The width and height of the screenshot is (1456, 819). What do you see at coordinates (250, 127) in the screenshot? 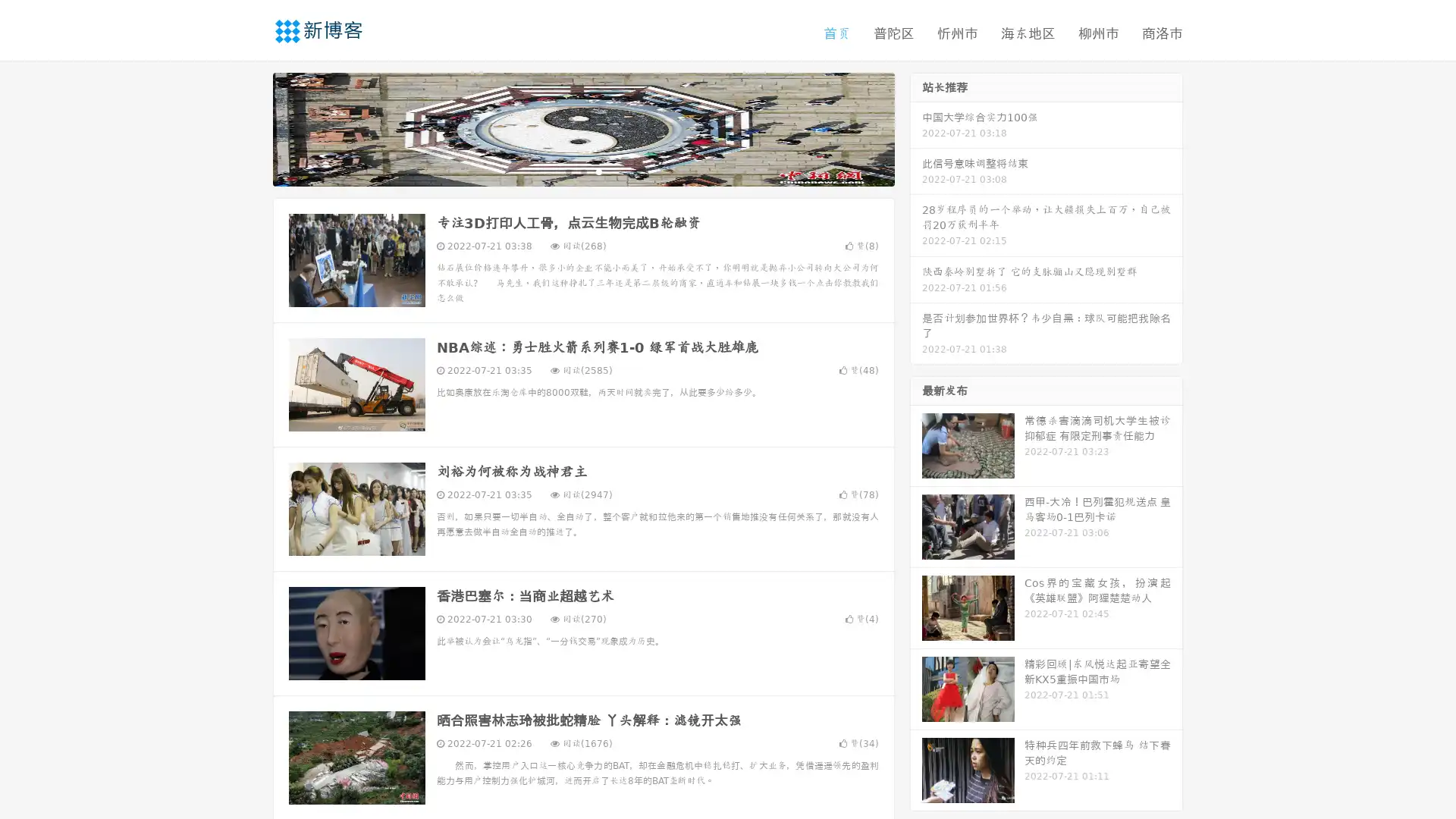
I see `Previous slide` at bounding box center [250, 127].